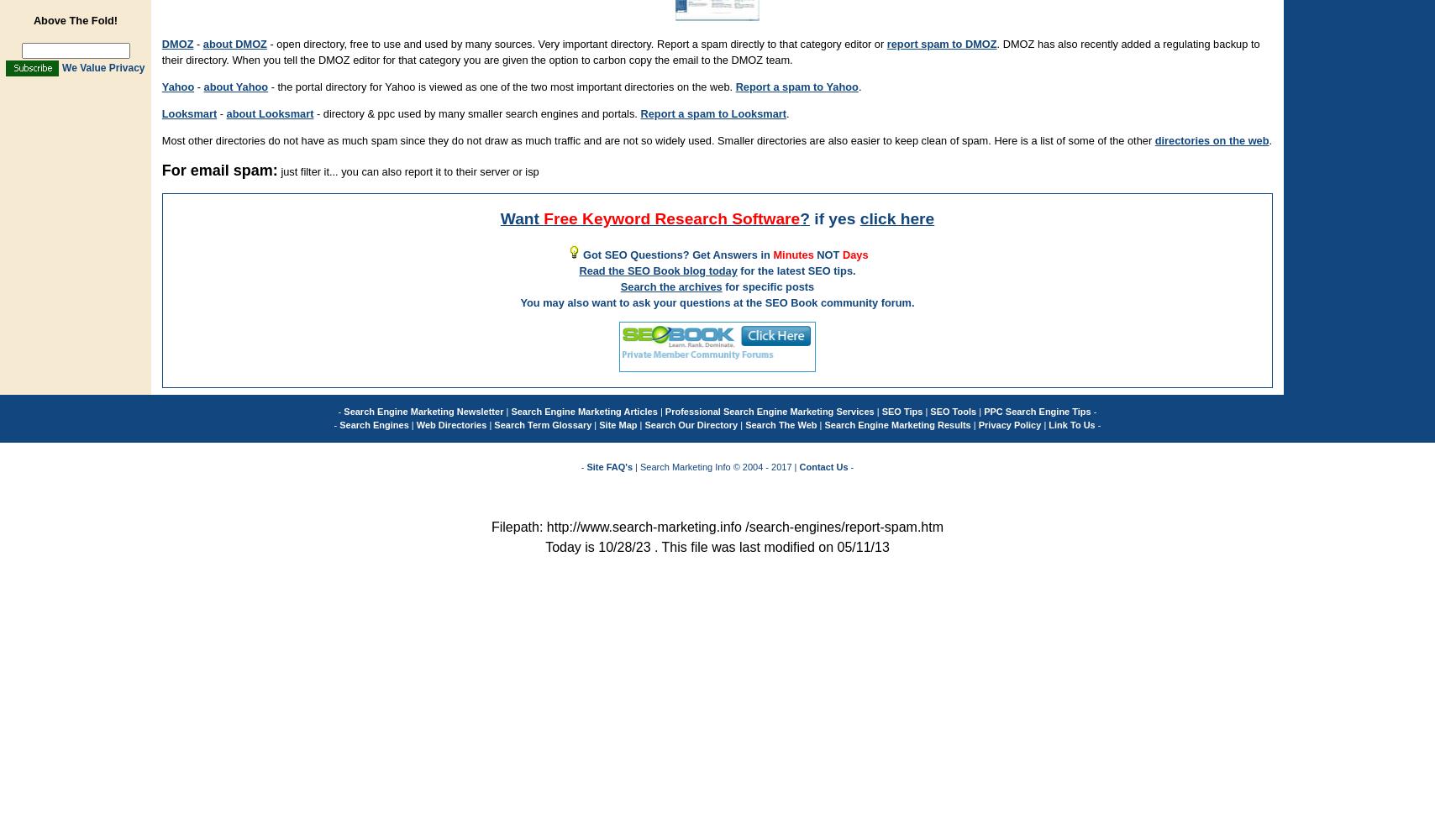 This screenshot has width=1435, height=840. What do you see at coordinates (543, 218) in the screenshot?
I see `'Free Keyword Research Software'` at bounding box center [543, 218].